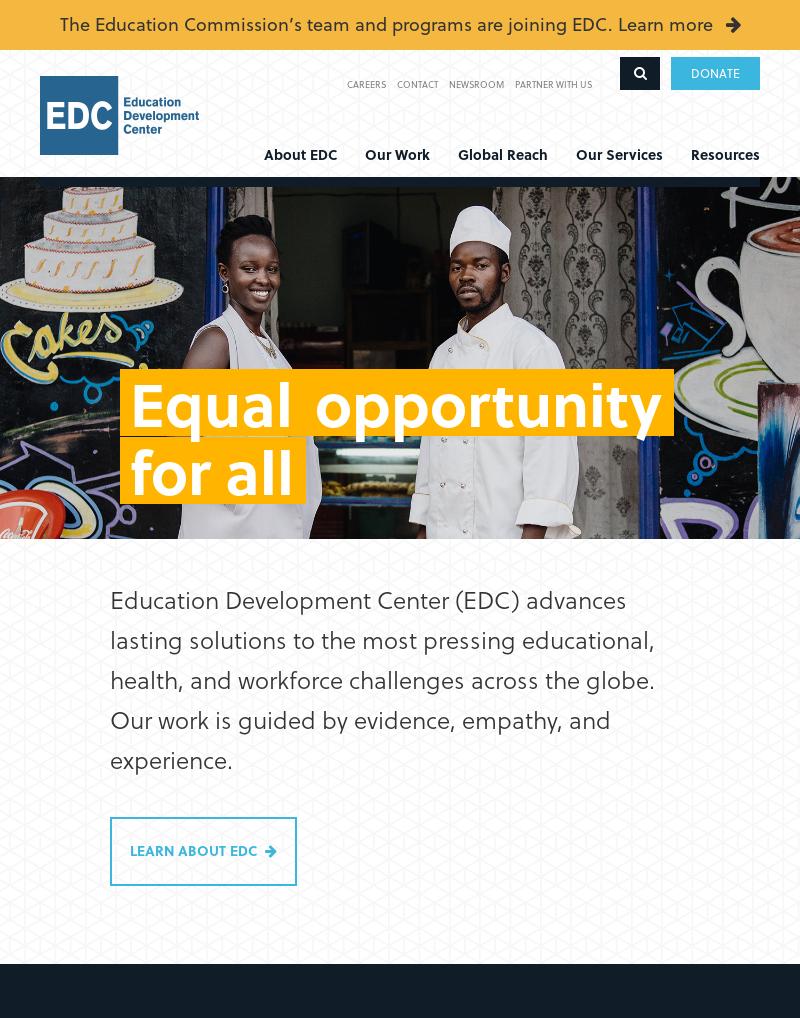 This screenshot has width=800, height=1018. Describe the element at coordinates (457, 330) in the screenshot. I see `'Middle East'` at that location.